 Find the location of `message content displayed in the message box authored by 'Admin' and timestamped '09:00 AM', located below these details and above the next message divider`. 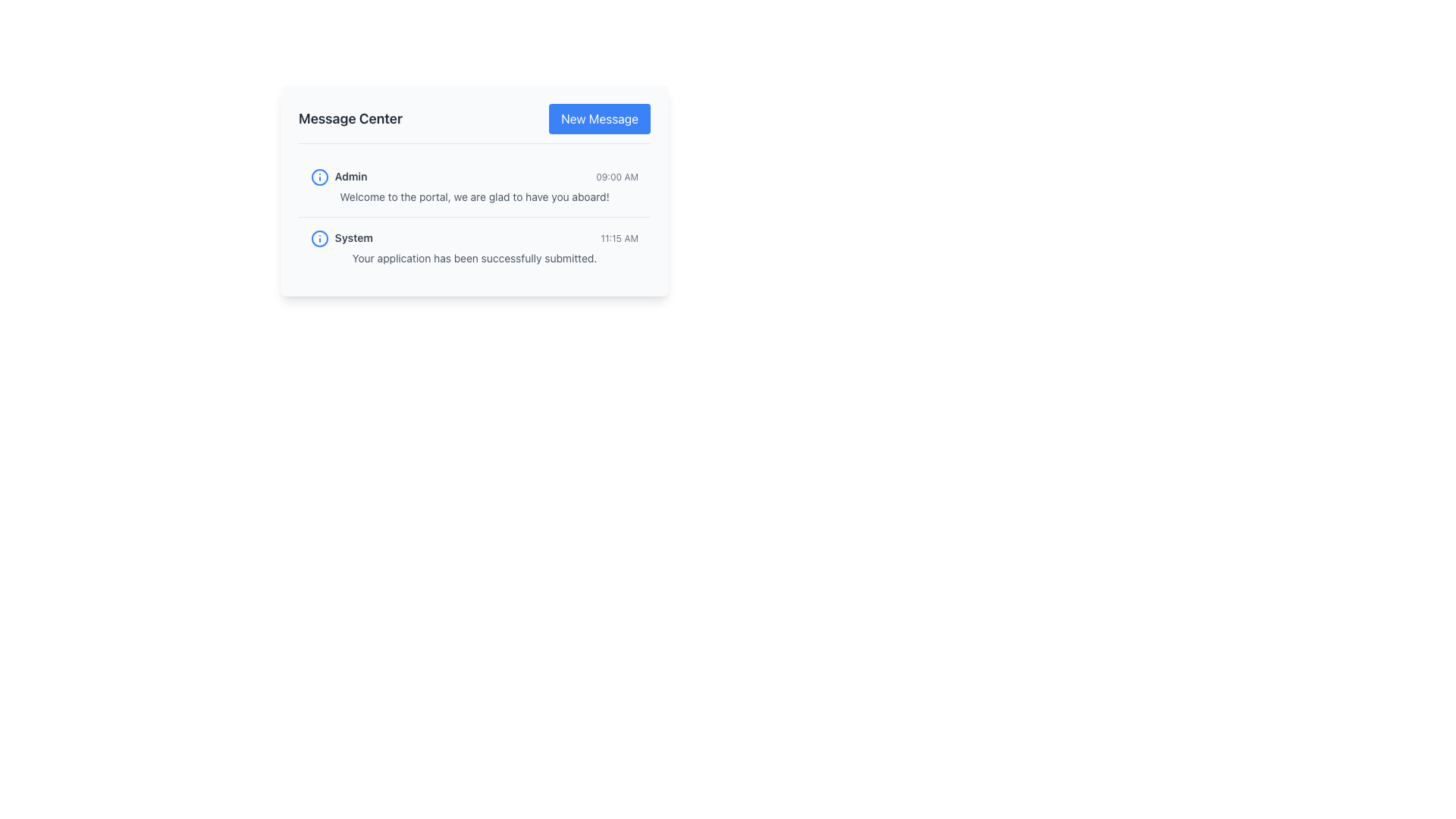

message content displayed in the message box authored by 'Admin' and timestamped '09:00 AM', located below these details and above the next message divider is located at coordinates (473, 196).